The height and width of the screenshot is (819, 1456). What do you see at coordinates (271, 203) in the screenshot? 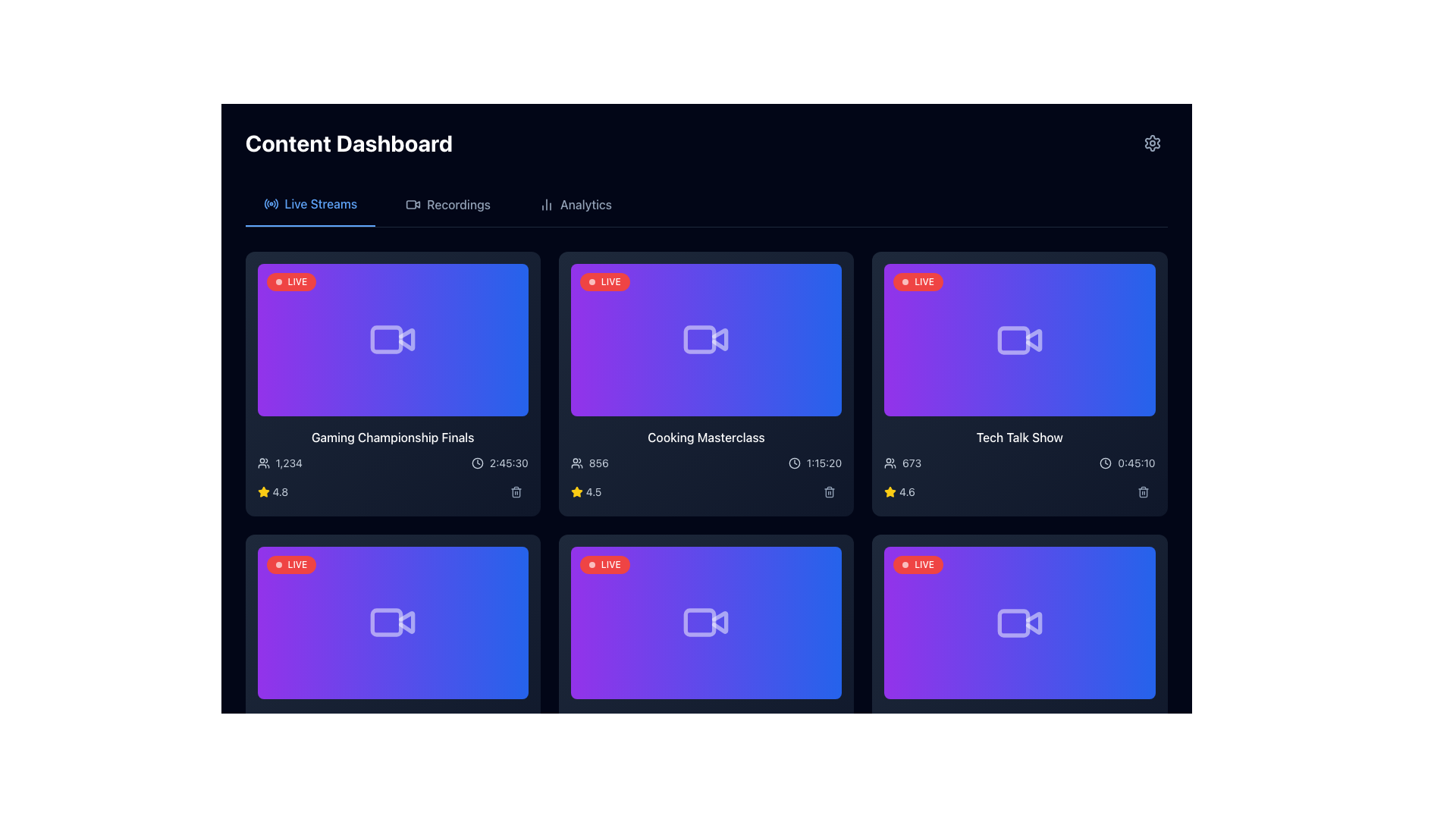
I see `the appearance of the radio wave icon located at the beginning of the horizontal navigation bar, to the left of the 'Live Streams' text for section identification` at bounding box center [271, 203].